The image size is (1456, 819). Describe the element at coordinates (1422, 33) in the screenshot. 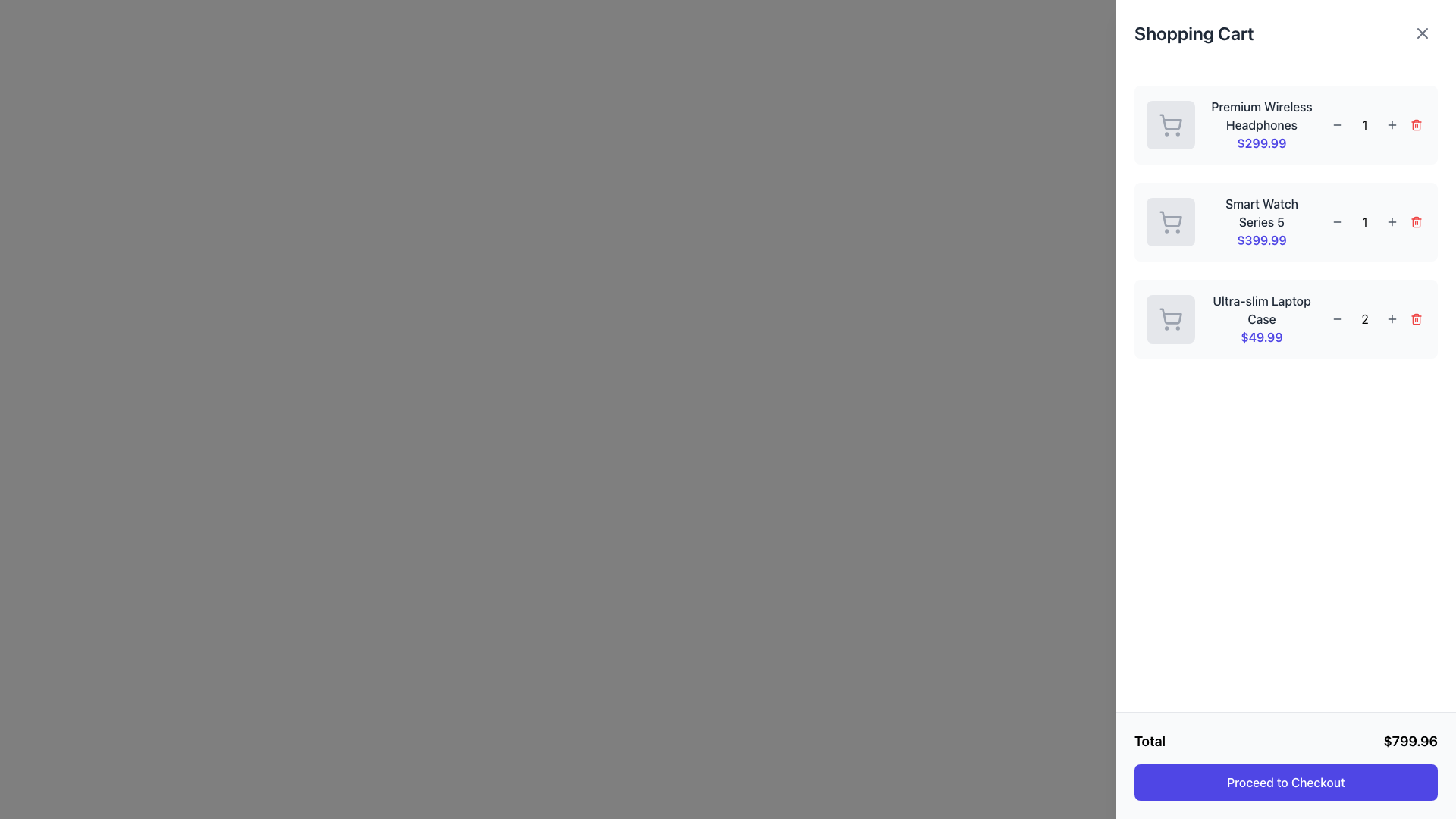

I see `the 'X' icon on the close button located at the top-right corner of the Shopping Cart panel` at that location.